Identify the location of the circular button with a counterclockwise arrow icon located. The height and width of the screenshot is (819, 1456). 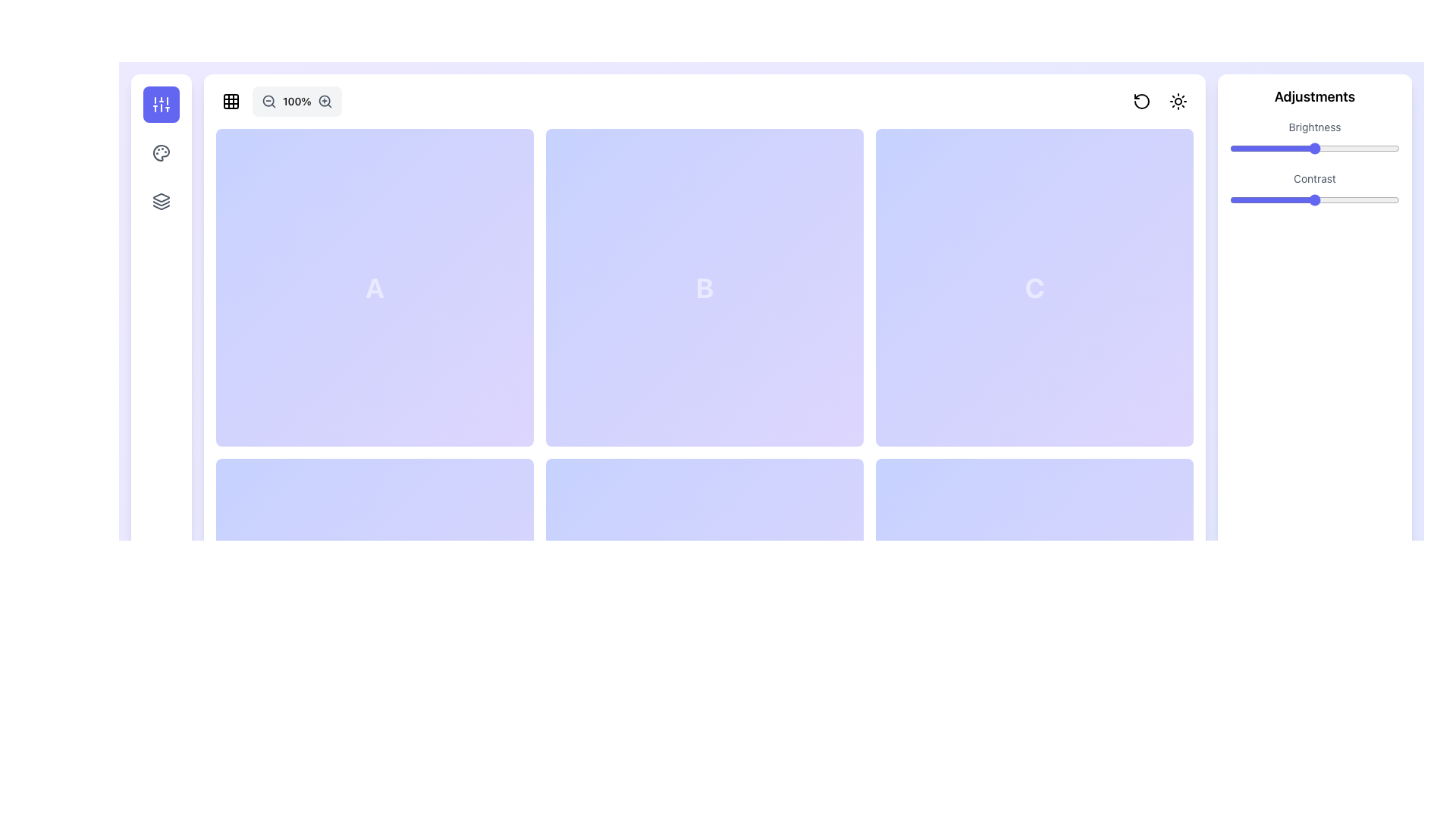
(1142, 102).